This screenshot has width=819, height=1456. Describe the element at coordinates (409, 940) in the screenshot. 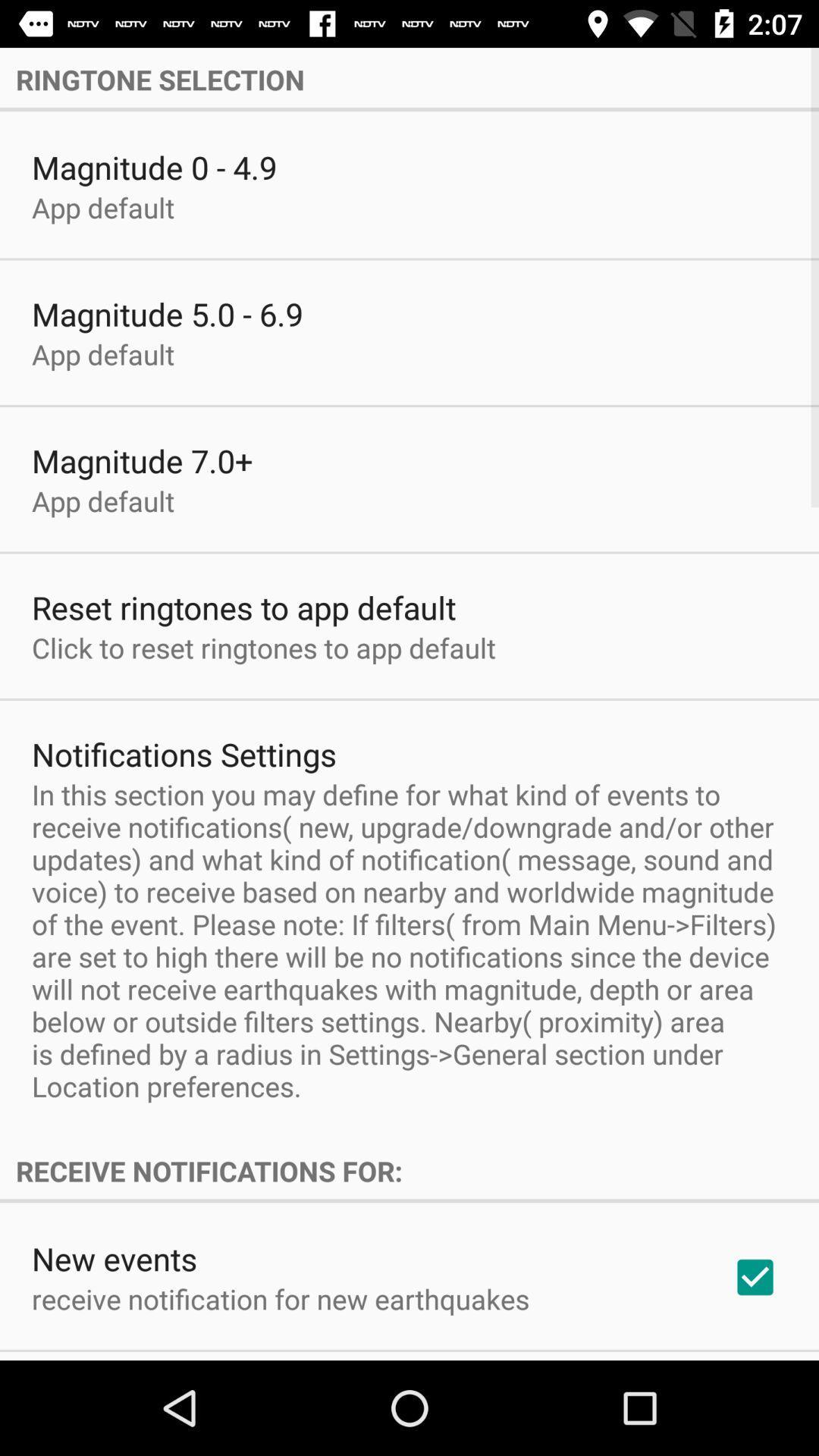

I see `item at the center` at that location.